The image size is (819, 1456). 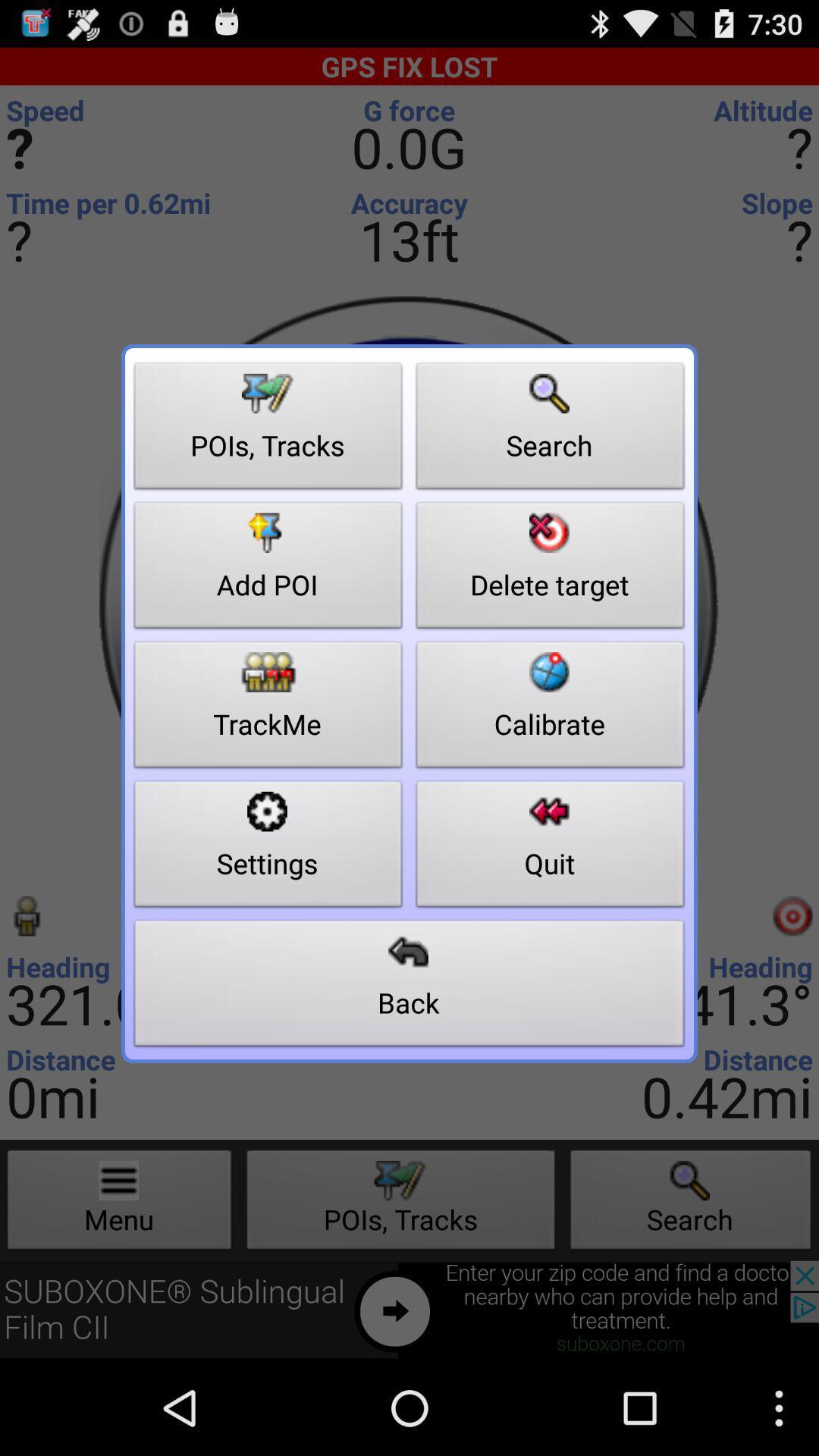 I want to click on quit, so click(x=550, y=847).